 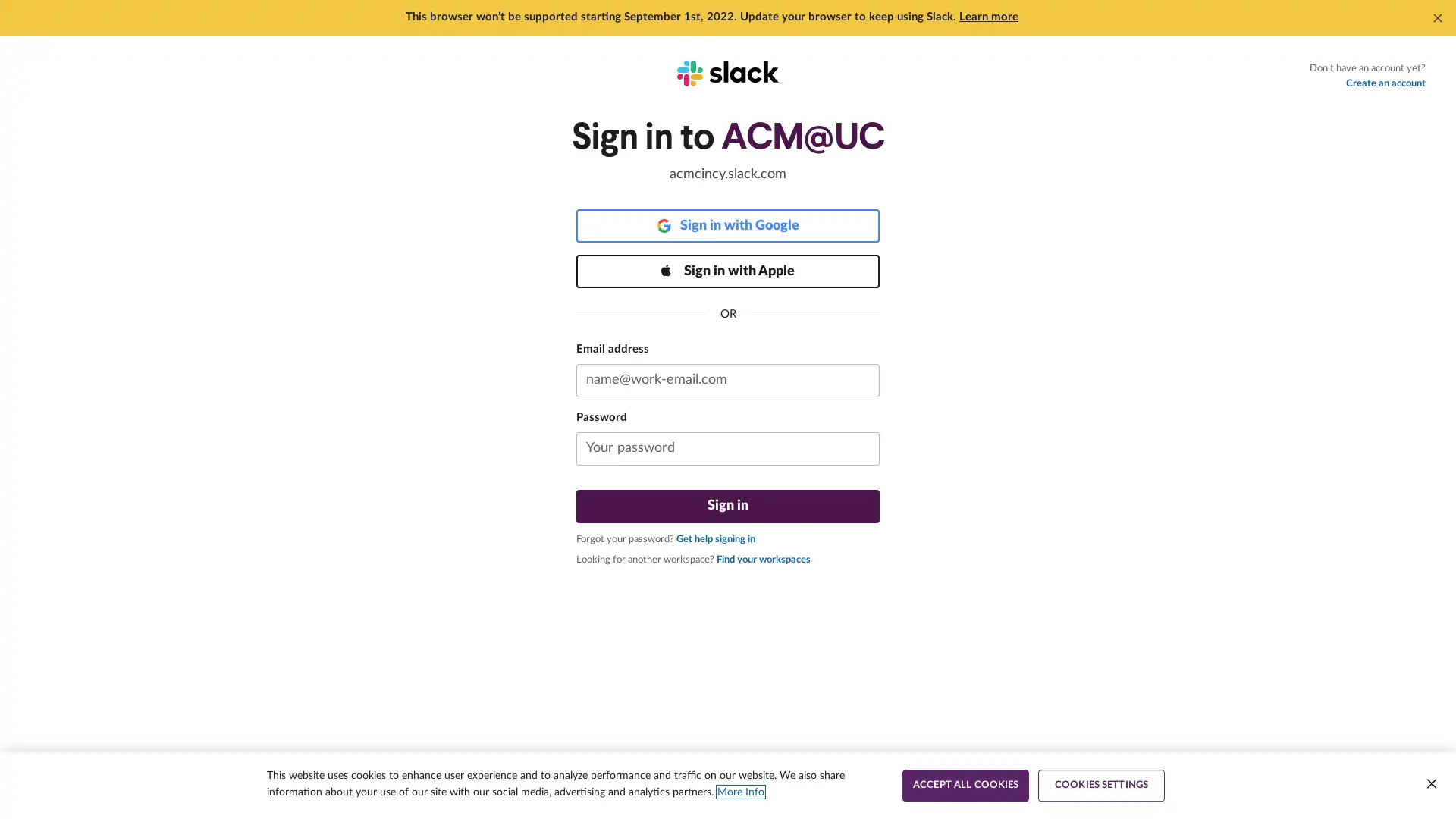 What do you see at coordinates (1430, 783) in the screenshot?
I see `Close` at bounding box center [1430, 783].